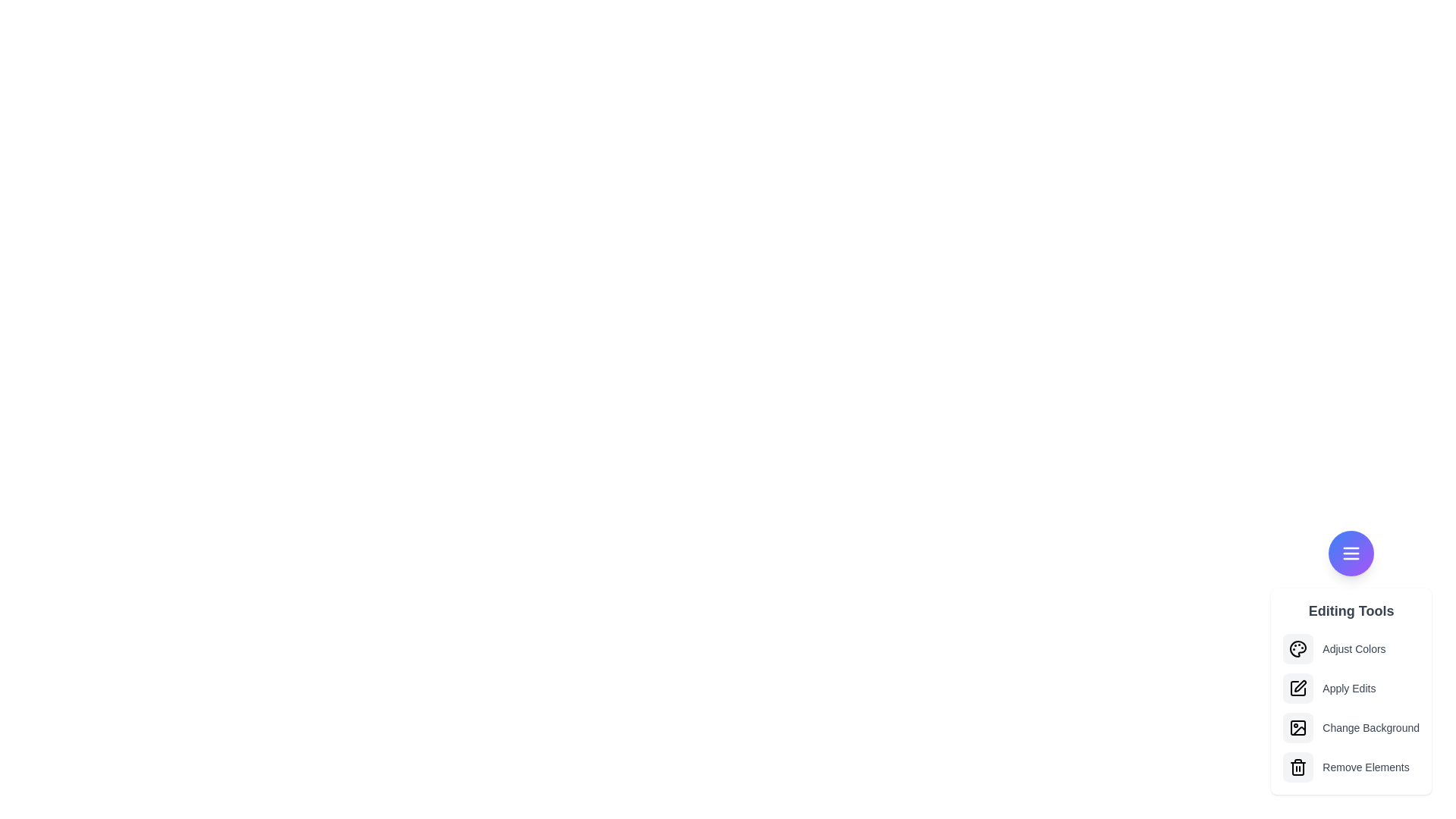 This screenshot has width=1456, height=819. I want to click on the option Apply Edits from the menu, so click(1298, 688).